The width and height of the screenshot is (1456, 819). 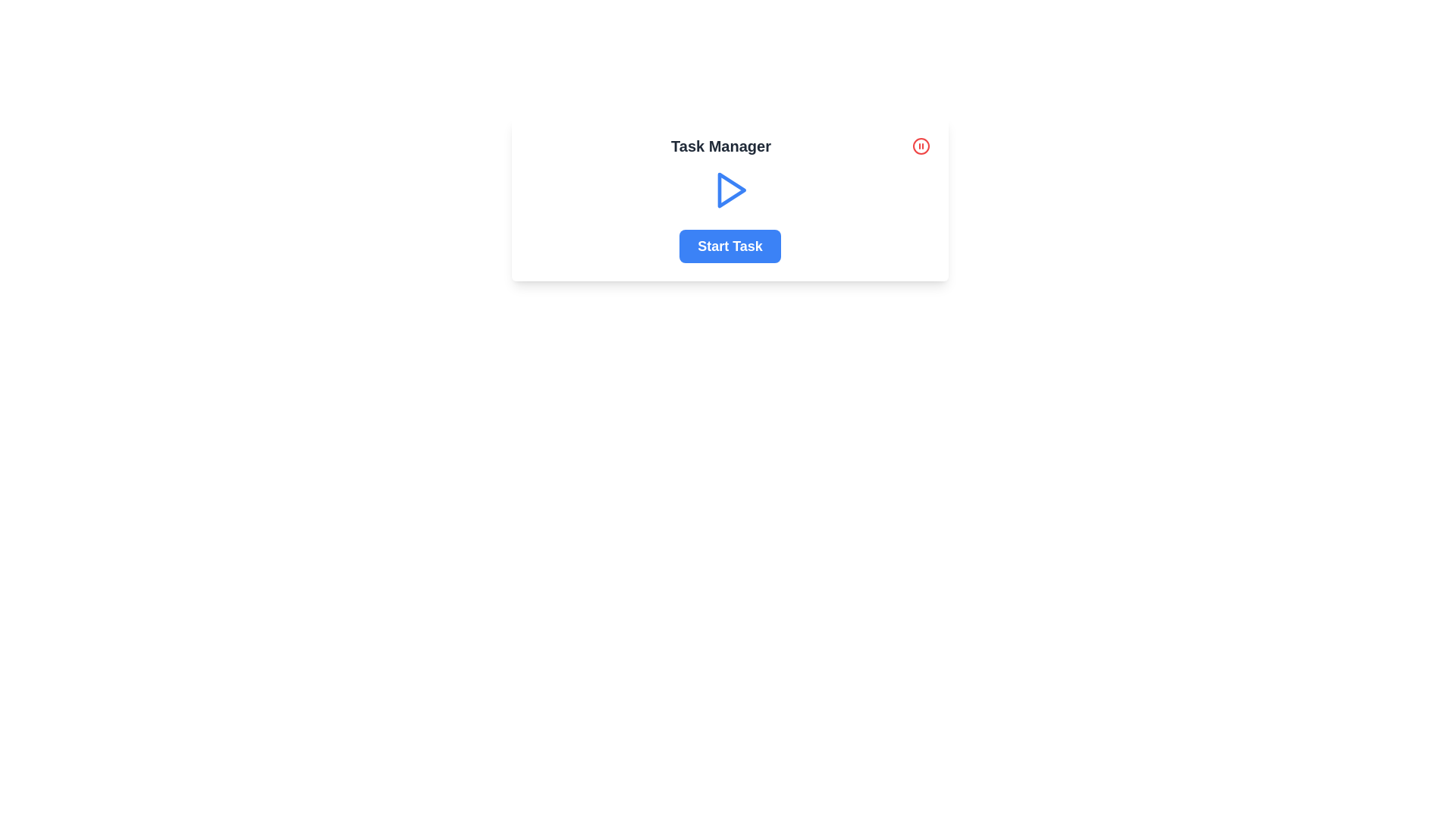 What do you see at coordinates (730, 245) in the screenshot?
I see `the 'Start Task' button with rounded edges, blue background, and white bold text` at bounding box center [730, 245].